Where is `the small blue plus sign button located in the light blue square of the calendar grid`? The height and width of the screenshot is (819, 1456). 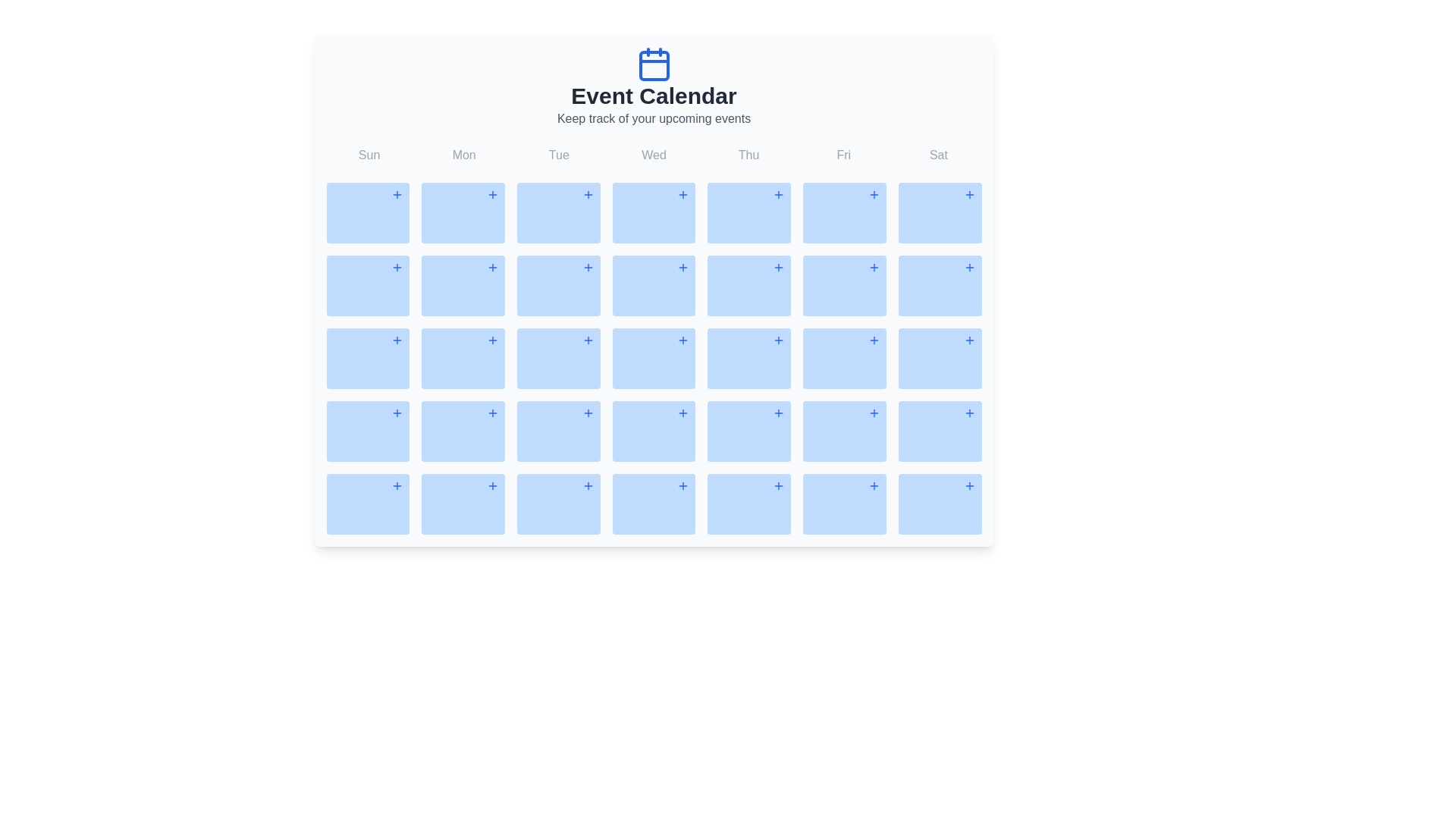
the small blue plus sign button located in the light blue square of the calendar grid is located at coordinates (397, 267).